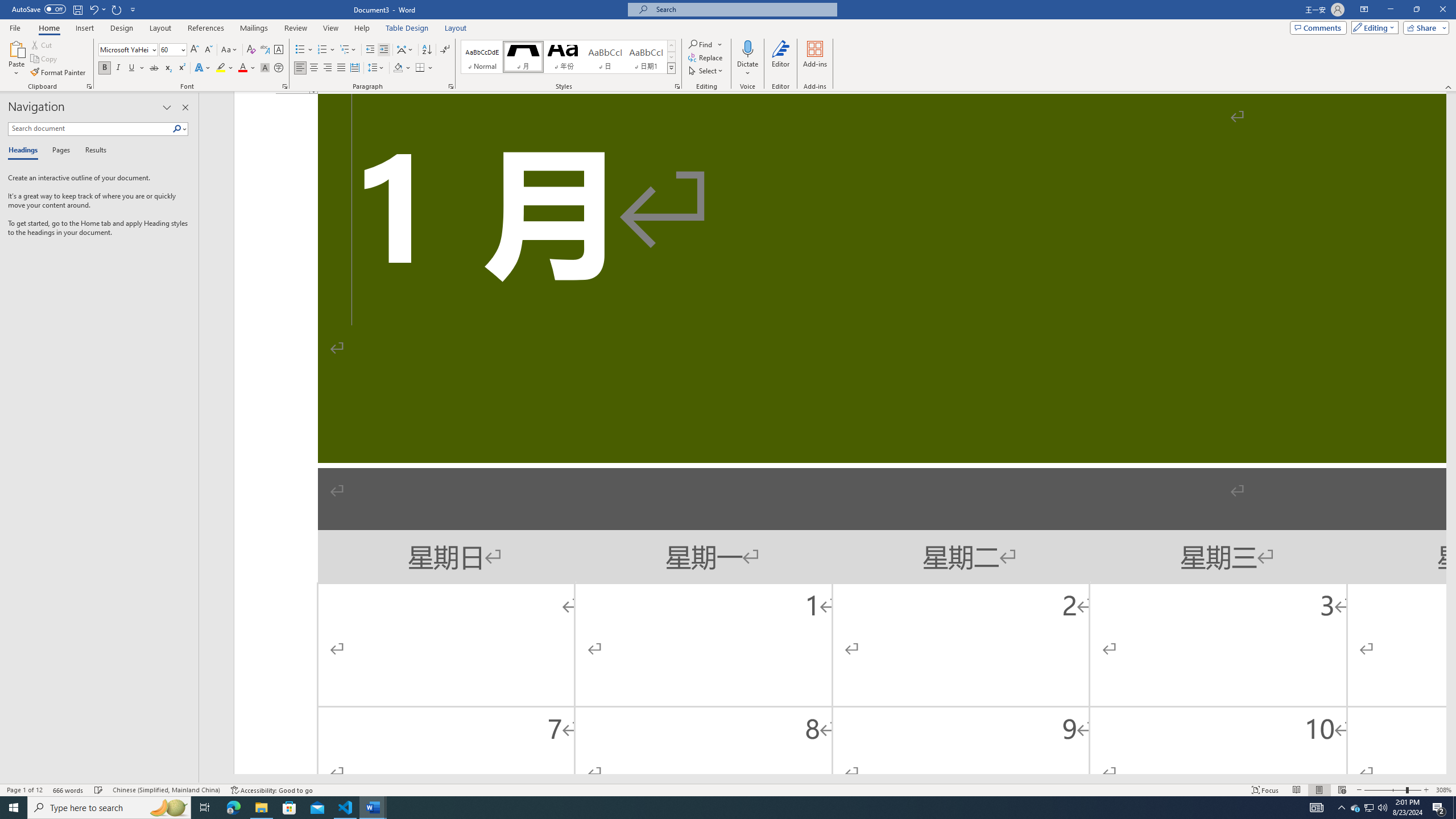 The image size is (1456, 819). Describe the element at coordinates (117, 9) in the screenshot. I see `'Repeat Increase Indent'` at that location.